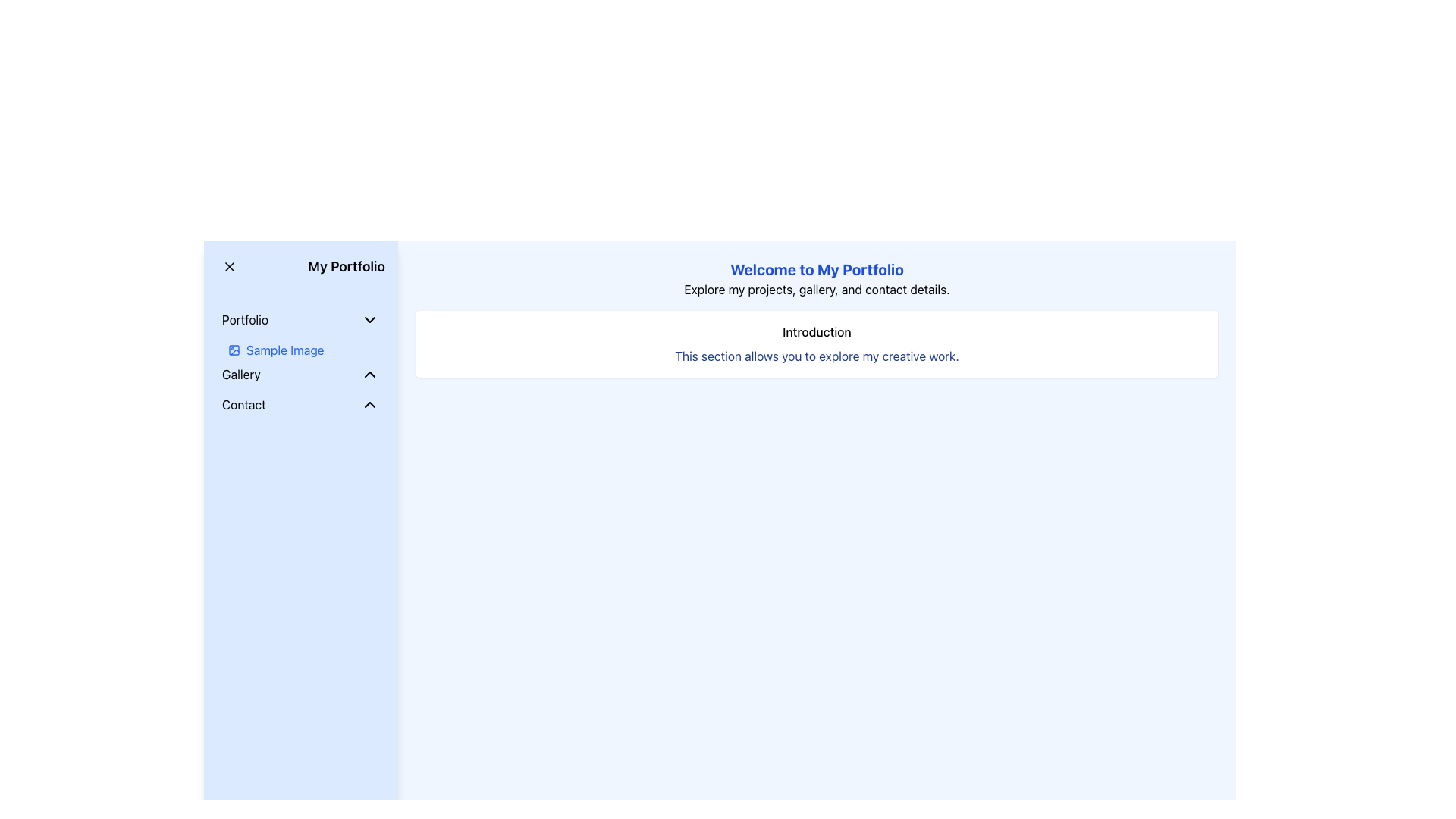 The width and height of the screenshot is (1456, 819). Describe the element at coordinates (300, 265) in the screenshot. I see `the text label displaying 'My Portfolio' which is styled in bold with a black color, located at the top of the sidebar menu next to an icon` at that location.